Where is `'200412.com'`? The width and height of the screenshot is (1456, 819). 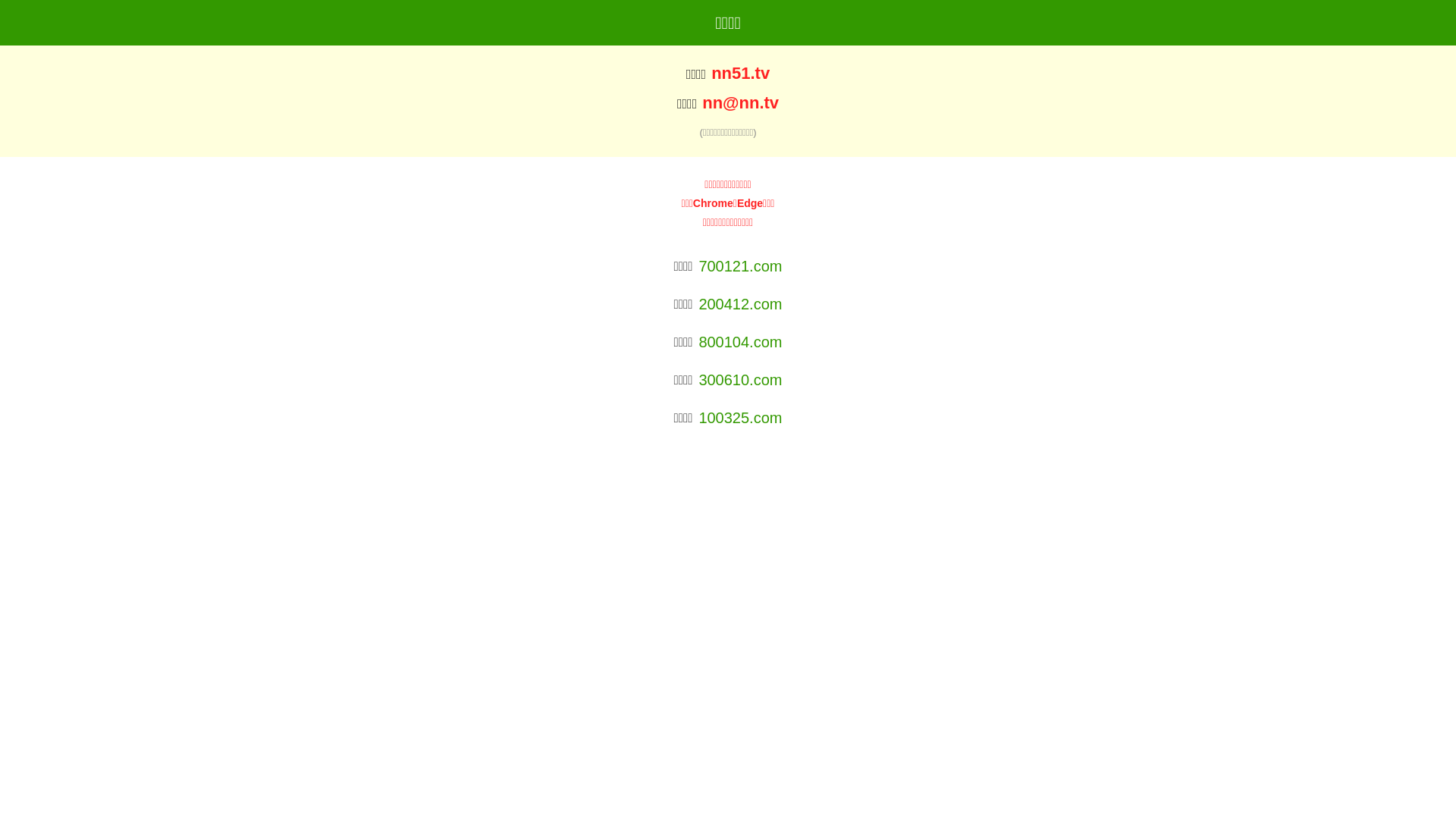
'200412.com' is located at coordinates (739, 304).